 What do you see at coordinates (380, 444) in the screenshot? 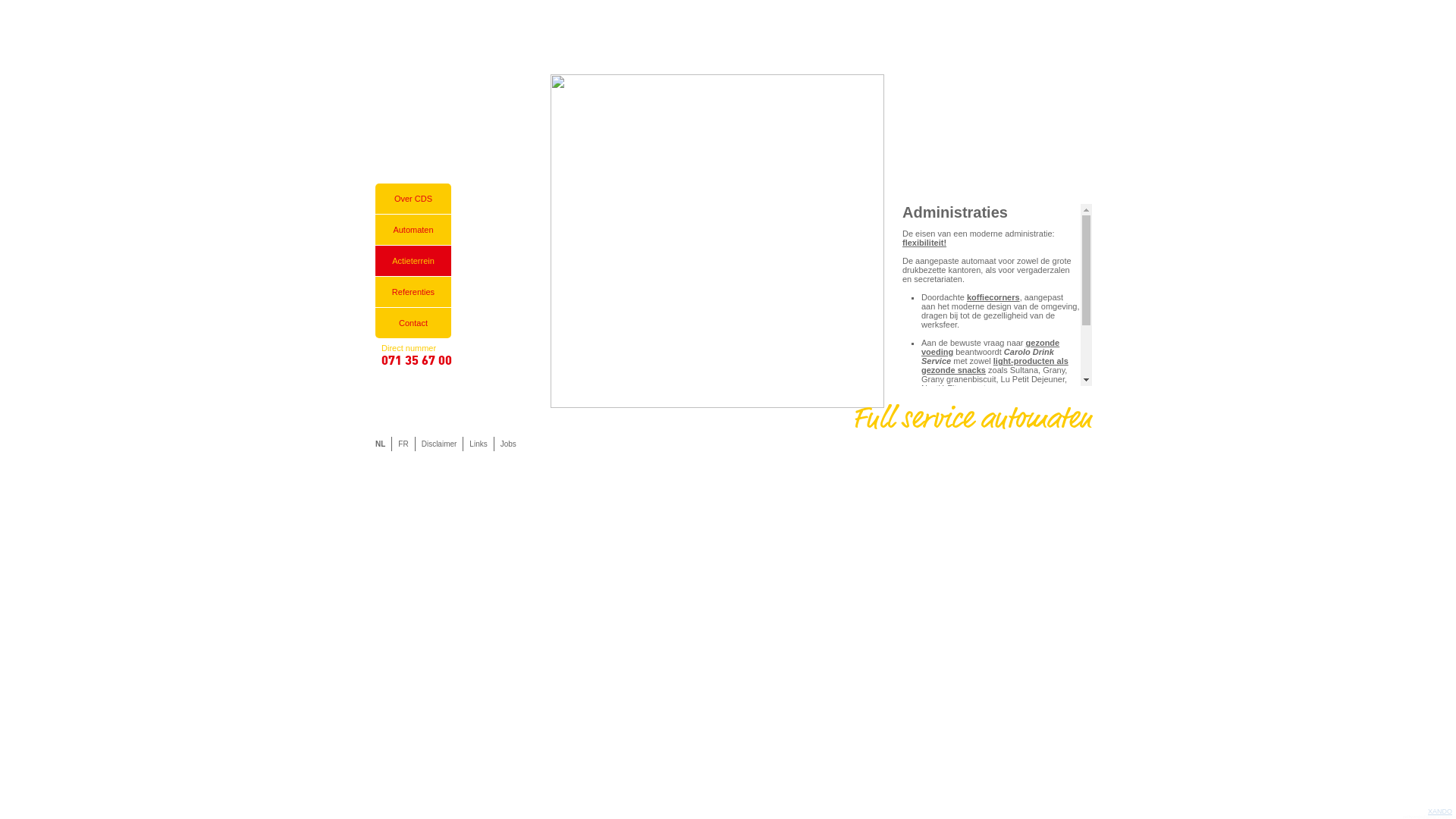
I see `'NL'` at bounding box center [380, 444].